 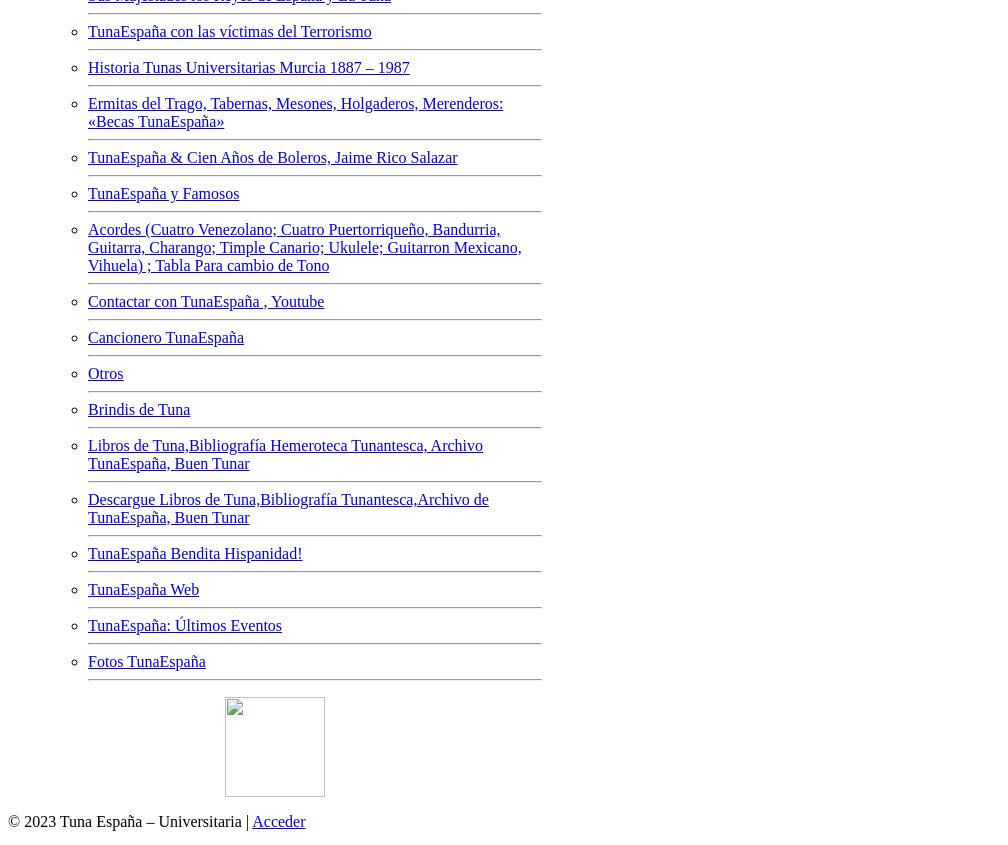 What do you see at coordinates (87, 371) in the screenshot?
I see `'Otros'` at bounding box center [87, 371].